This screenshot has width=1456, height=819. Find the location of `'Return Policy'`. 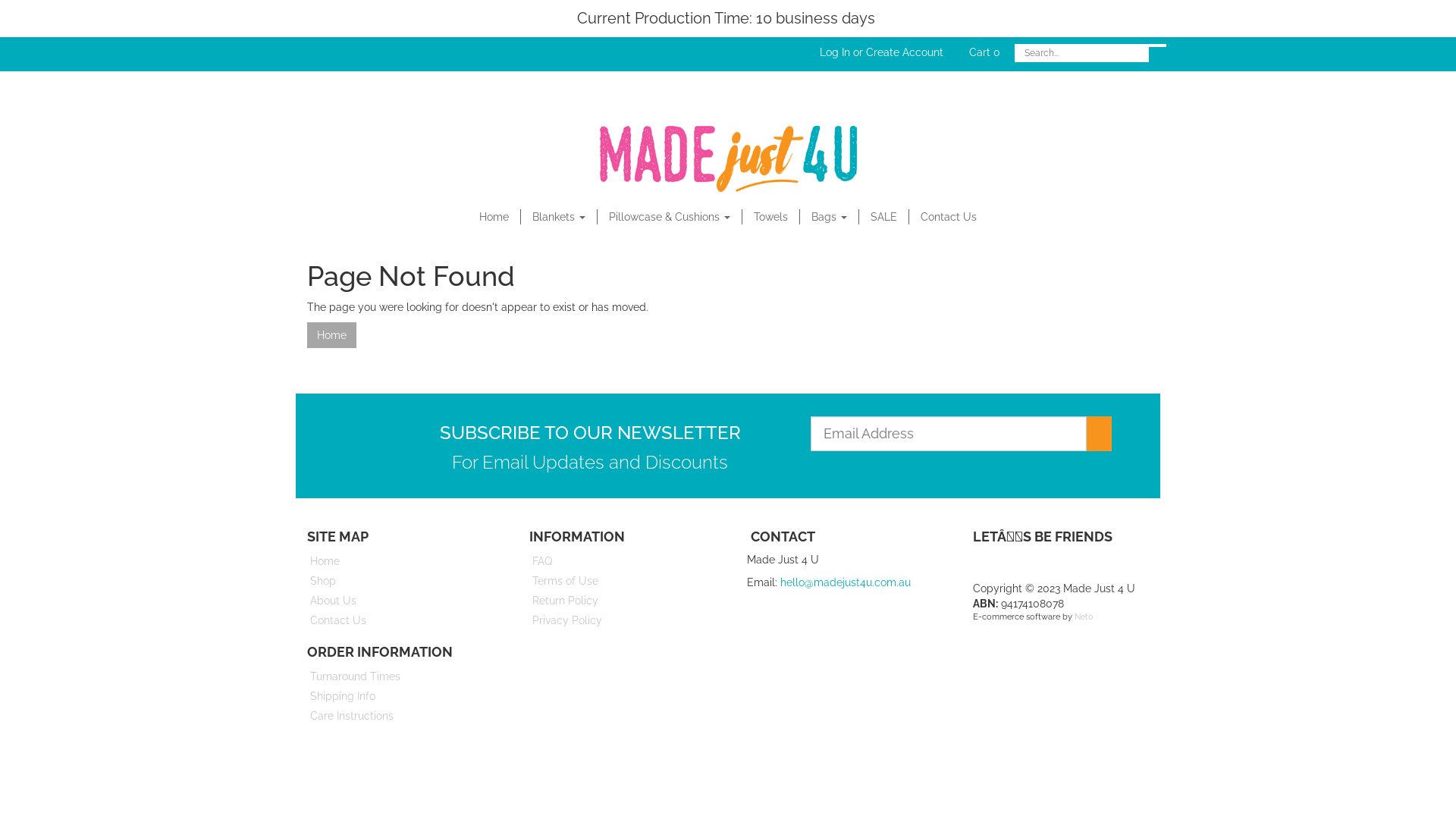

'Return Policy' is located at coordinates (622, 599).